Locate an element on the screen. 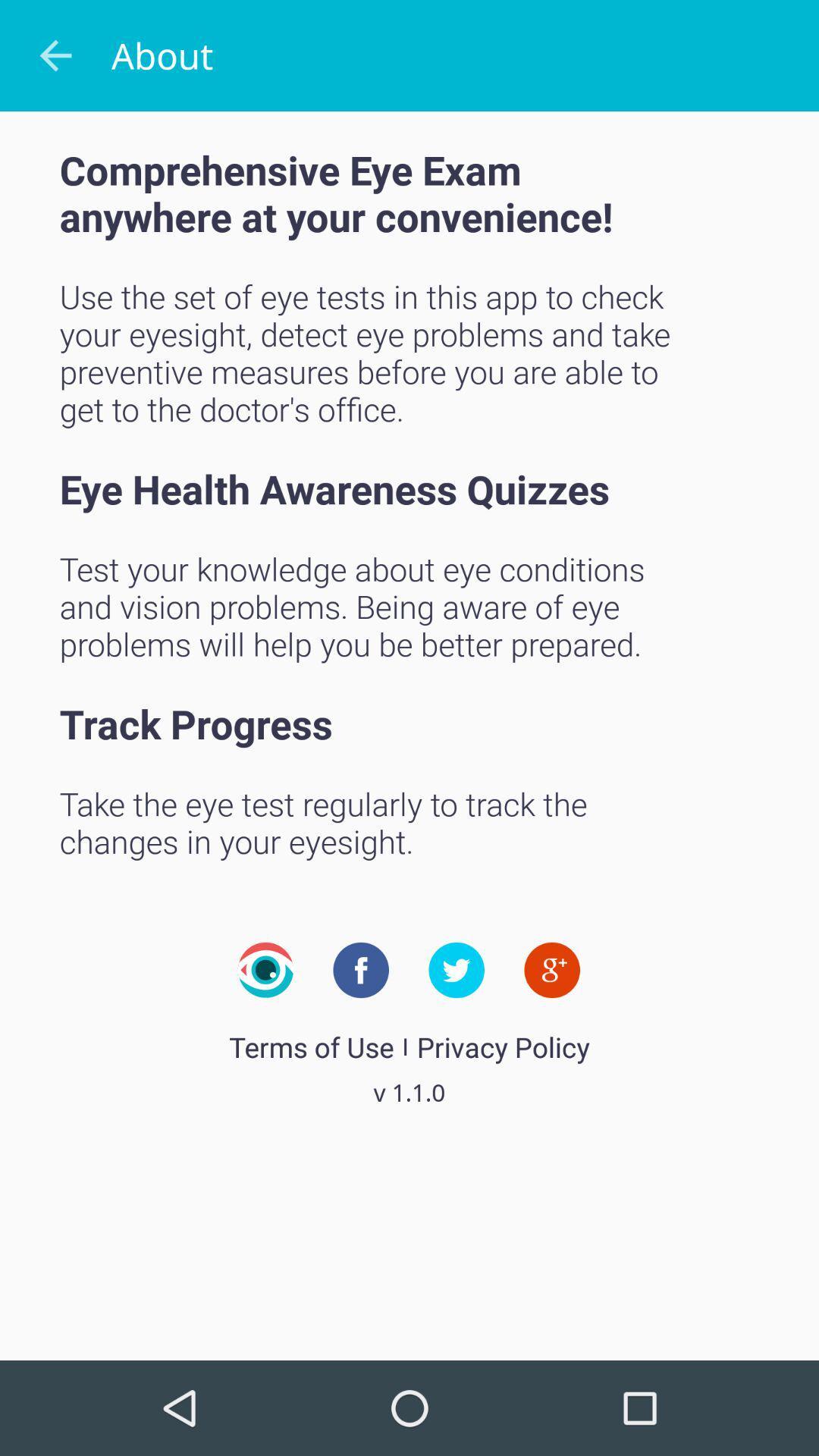  the facebook icon is located at coordinates (361, 969).